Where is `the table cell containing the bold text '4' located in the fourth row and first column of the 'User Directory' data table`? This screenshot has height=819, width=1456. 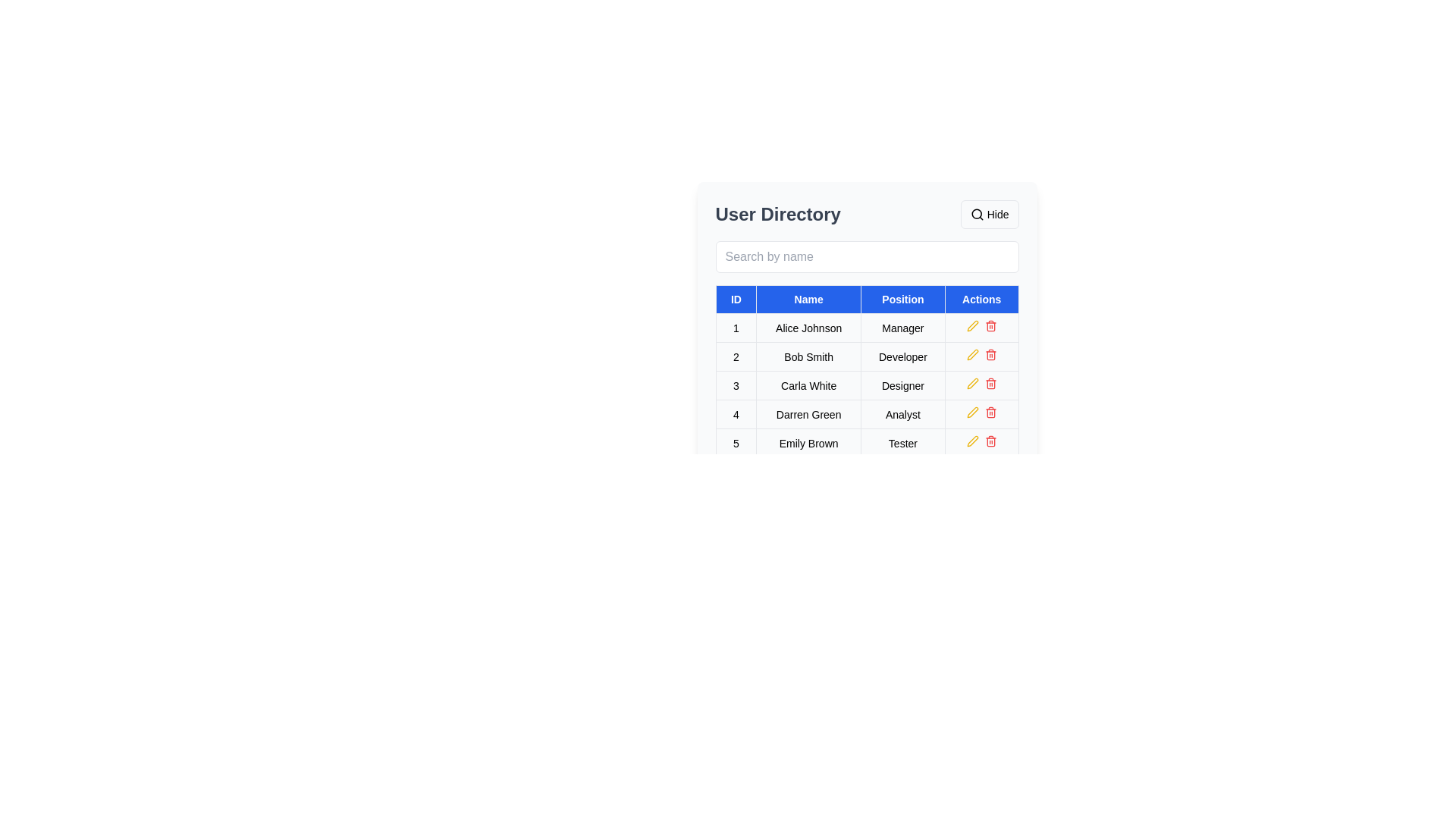
the table cell containing the bold text '4' located in the fourth row and first column of the 'User Directory' data table is located at coordinates (736, 414).